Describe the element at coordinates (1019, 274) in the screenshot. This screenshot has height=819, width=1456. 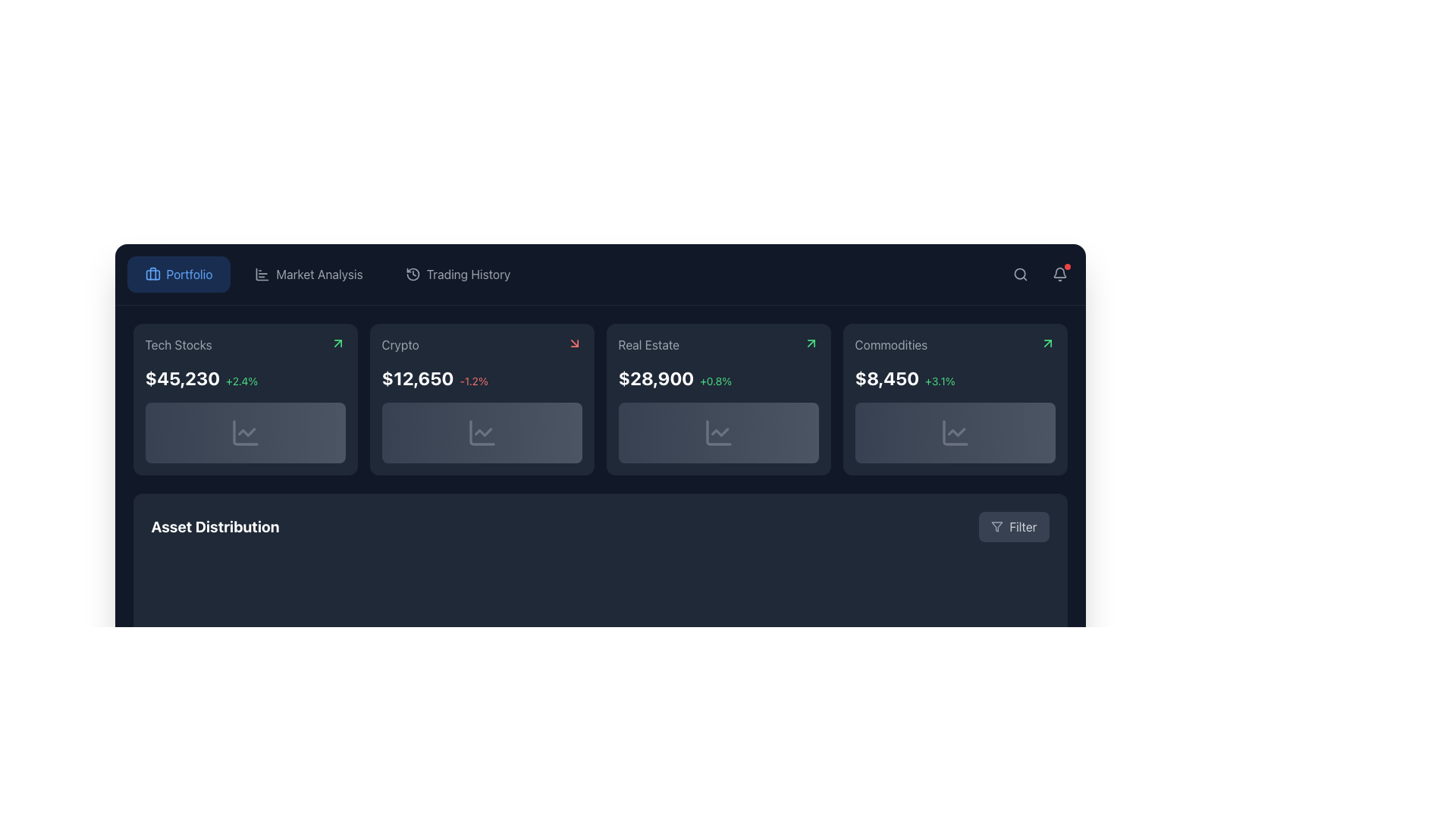
I see `the search icon located in the top-right corner of the interface, adjacent to the notification bell icon` at that location.